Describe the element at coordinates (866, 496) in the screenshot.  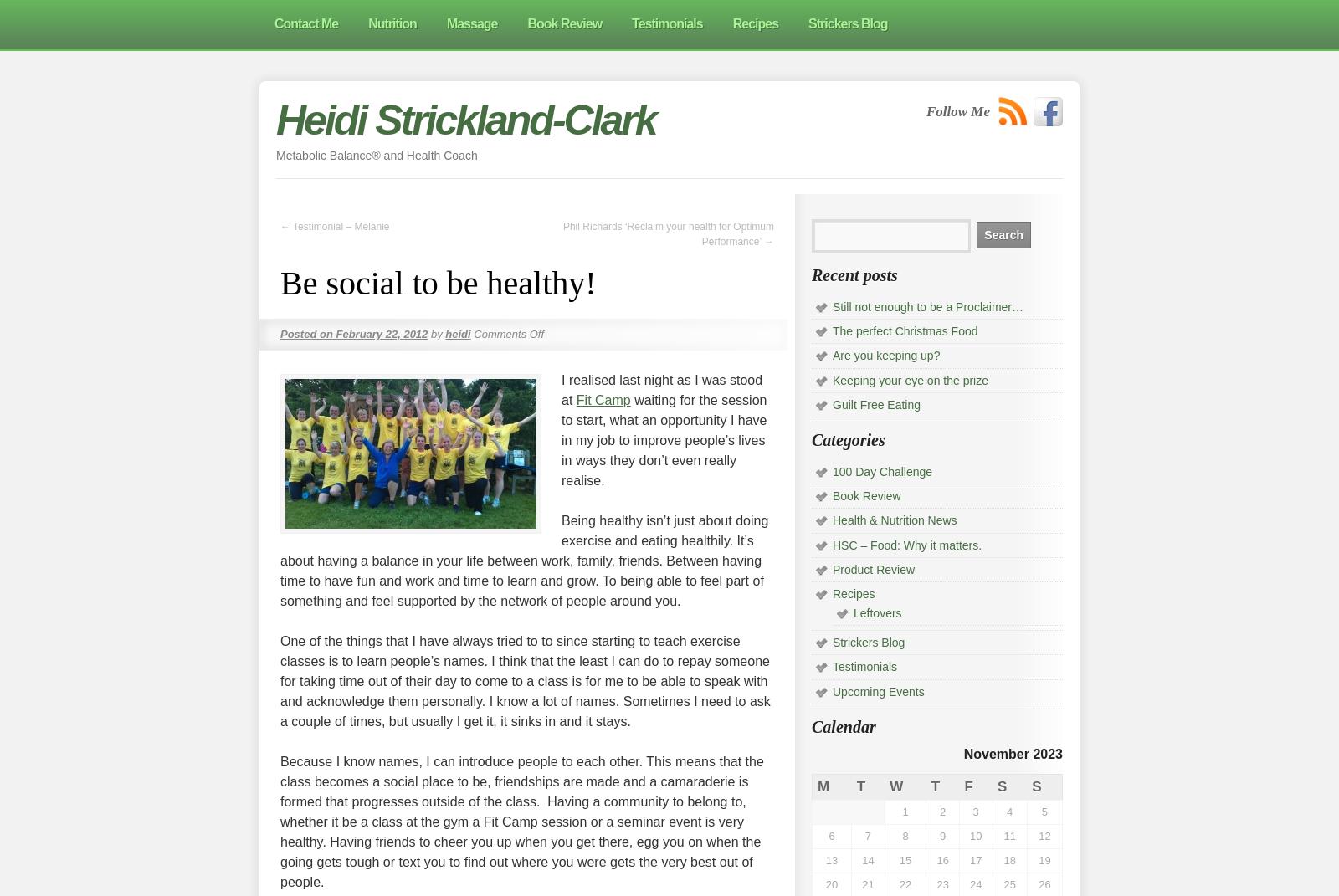
I see `'Book Review'` at that location.